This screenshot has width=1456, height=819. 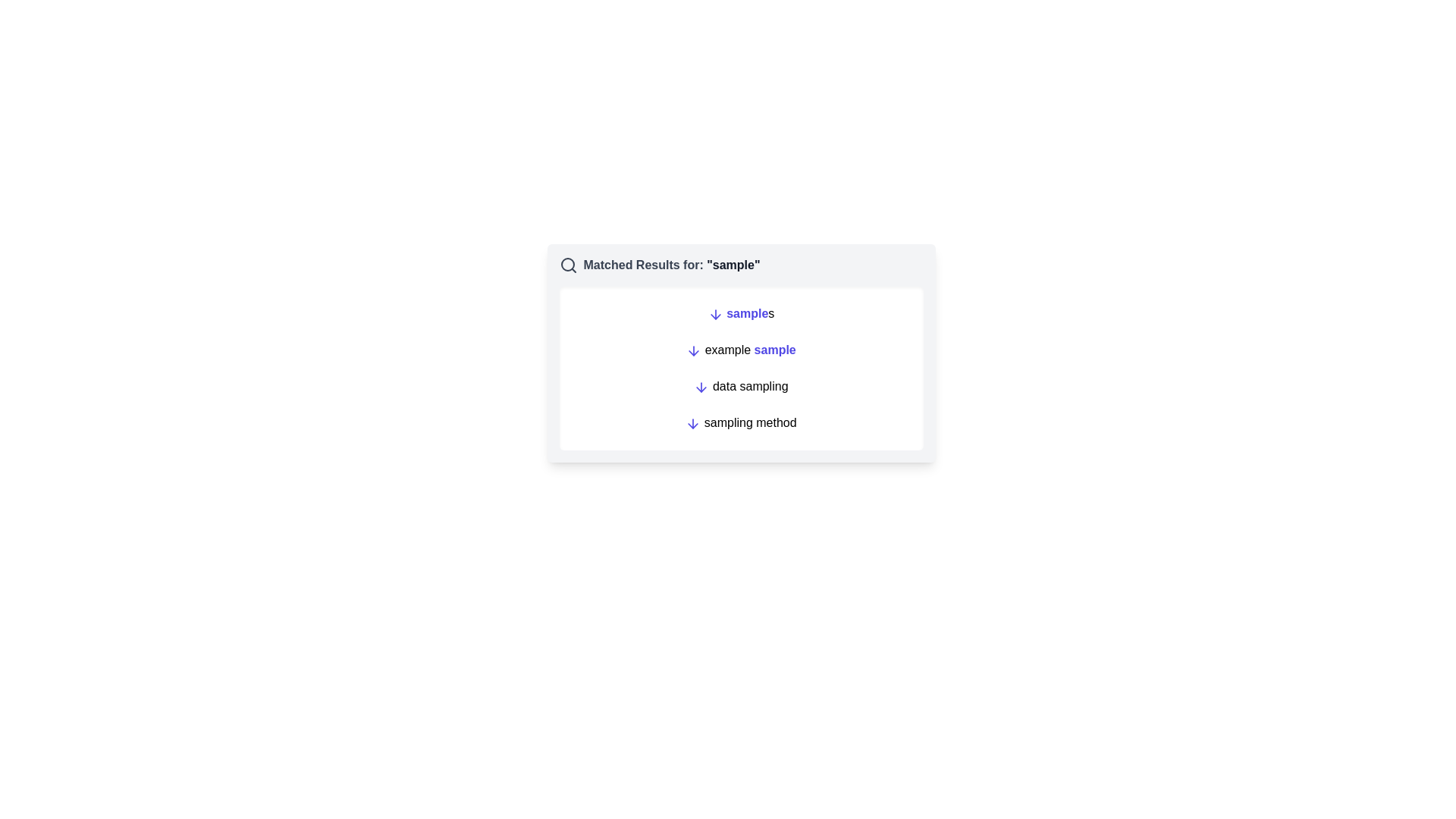 What do you see at coordinates (741, 312) in the screenshot?
I see `the first list item labeled 'samples' with a bold blue font and a downward arrow icon to interact with it` at bounding box center [741, 312].